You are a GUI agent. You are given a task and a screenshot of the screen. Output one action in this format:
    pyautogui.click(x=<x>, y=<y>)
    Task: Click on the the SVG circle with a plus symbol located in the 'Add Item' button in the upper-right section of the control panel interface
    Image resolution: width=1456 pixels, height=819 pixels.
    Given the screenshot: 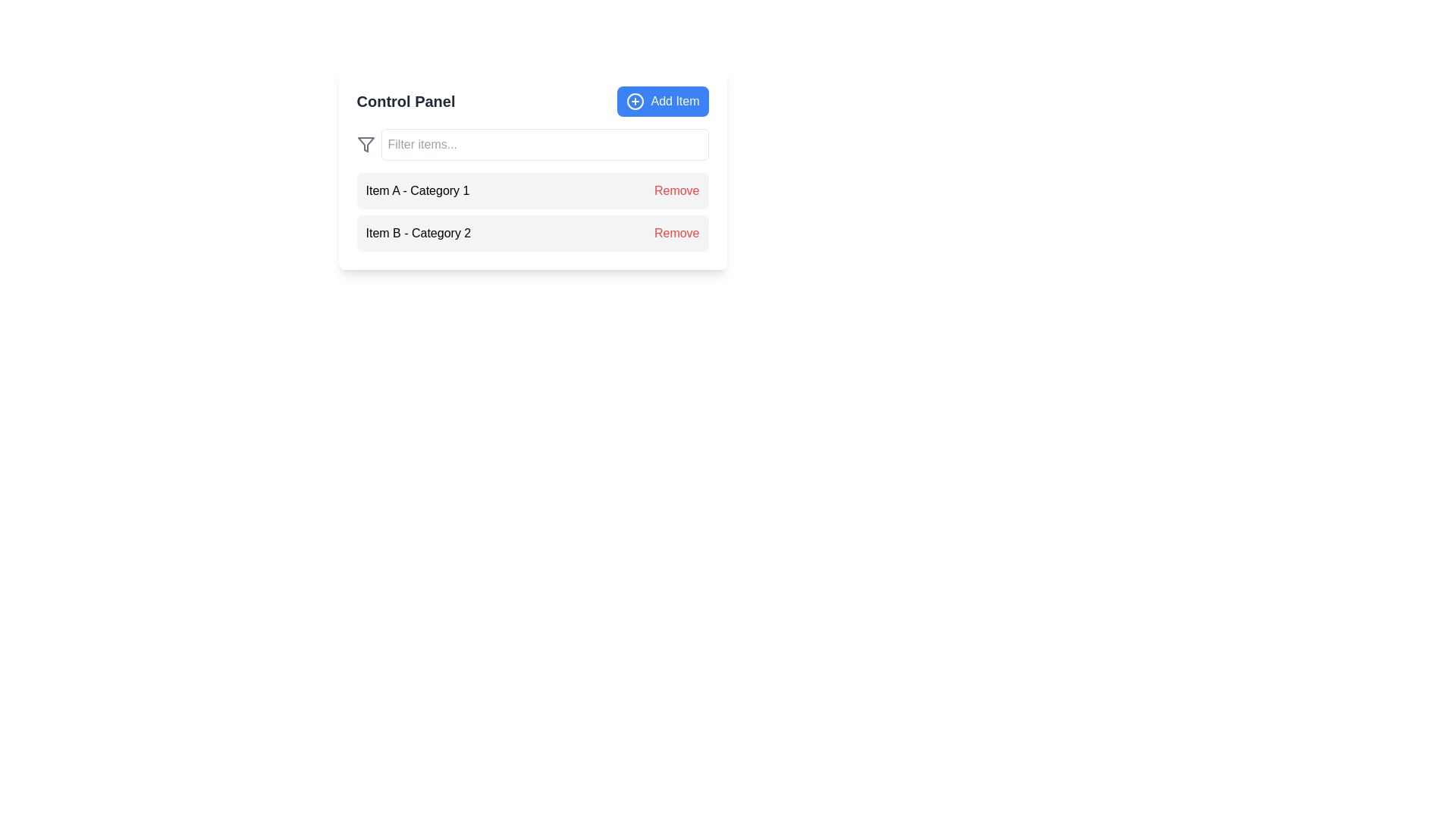 What is the action you would take?
    pyautogui.click(x=635, y=102)
    